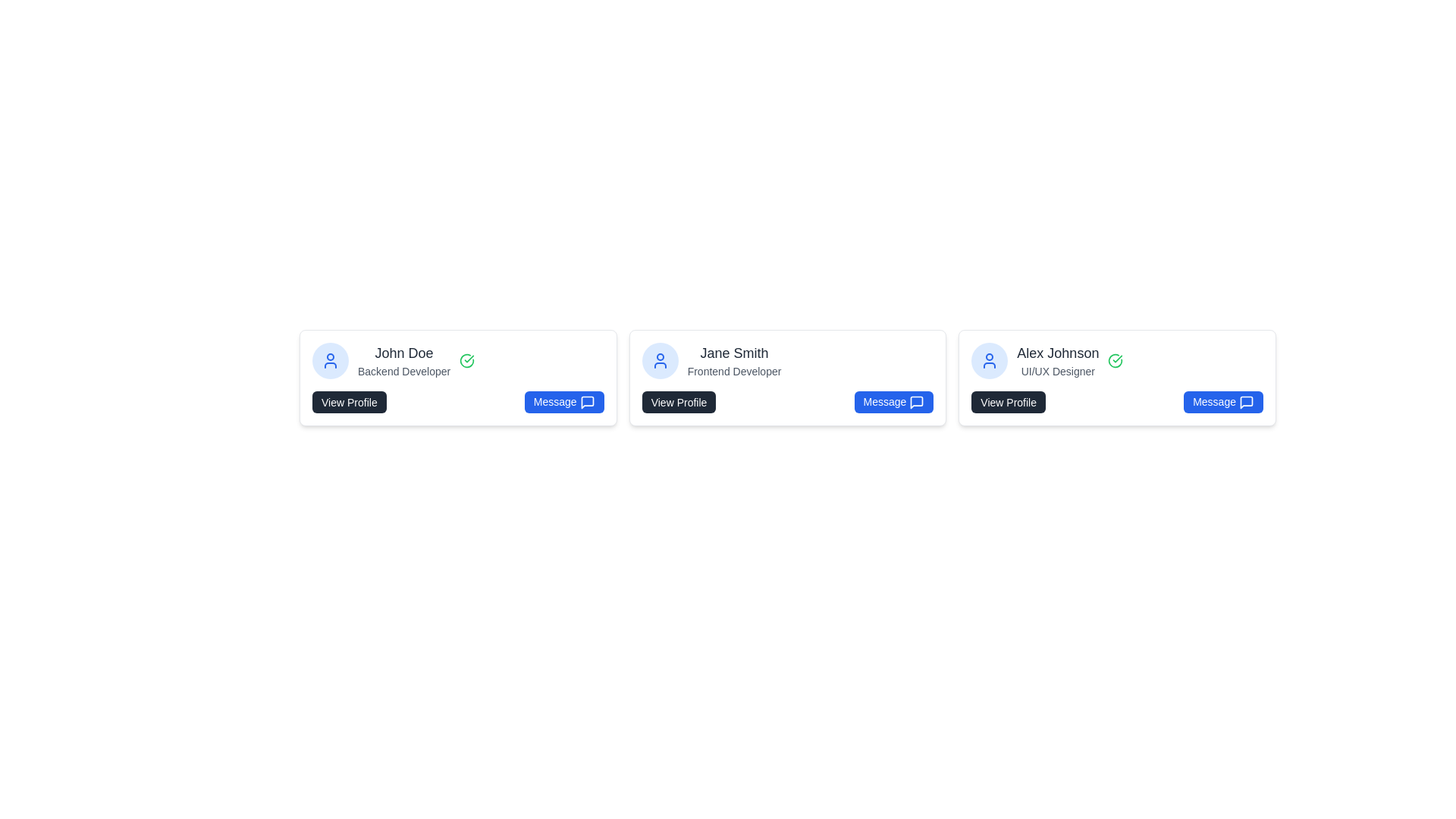 This screenshot has height=819, width=1456. I want to click on the decorative SVG icon next to the 'Message' button for 'Alex Johnson', which indicates the button's purpose to send a message, so click(1246, 402).